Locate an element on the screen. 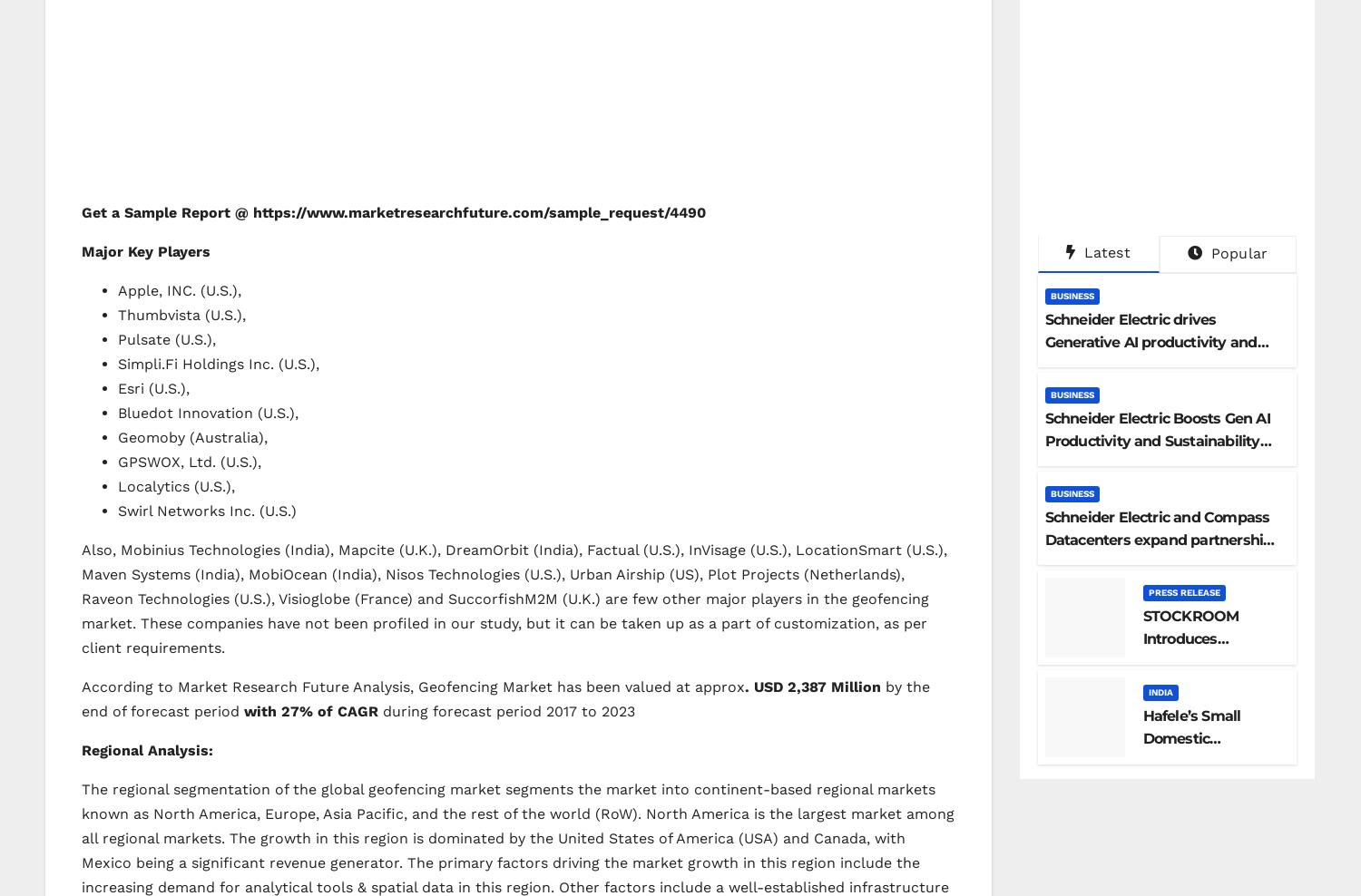 Image resolution: width=1361 pixels, height=896 pixels. 'Swirl Networks Inc. (U.S.)' is located at coordinates (206, 510).